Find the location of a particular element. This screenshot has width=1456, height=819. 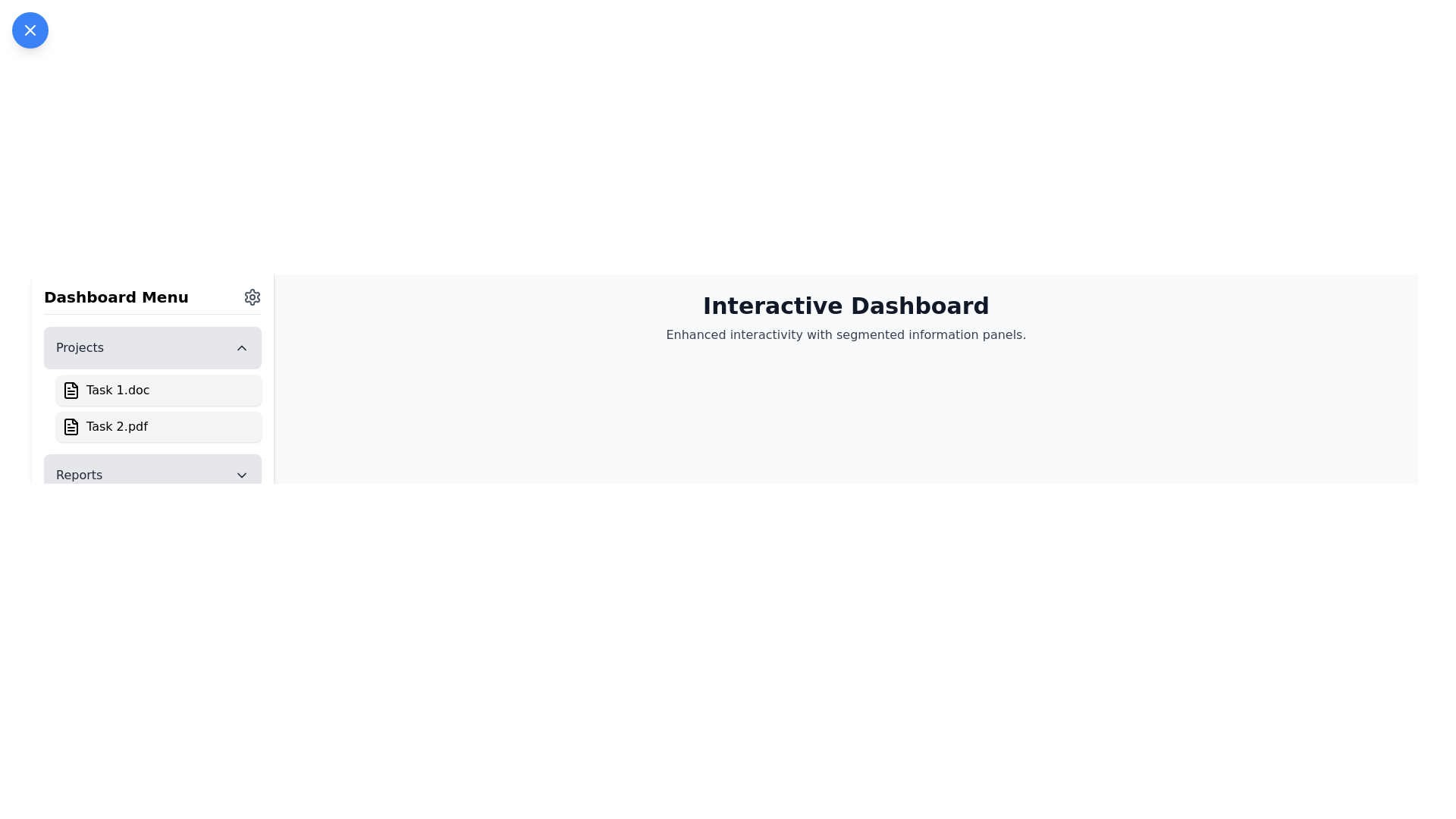

the Text Label for 'Task 1.doc' located in the 'Projects' section of the Dashboard Menu, which is the first entry in the list of items is located at coordinates (117, 390).